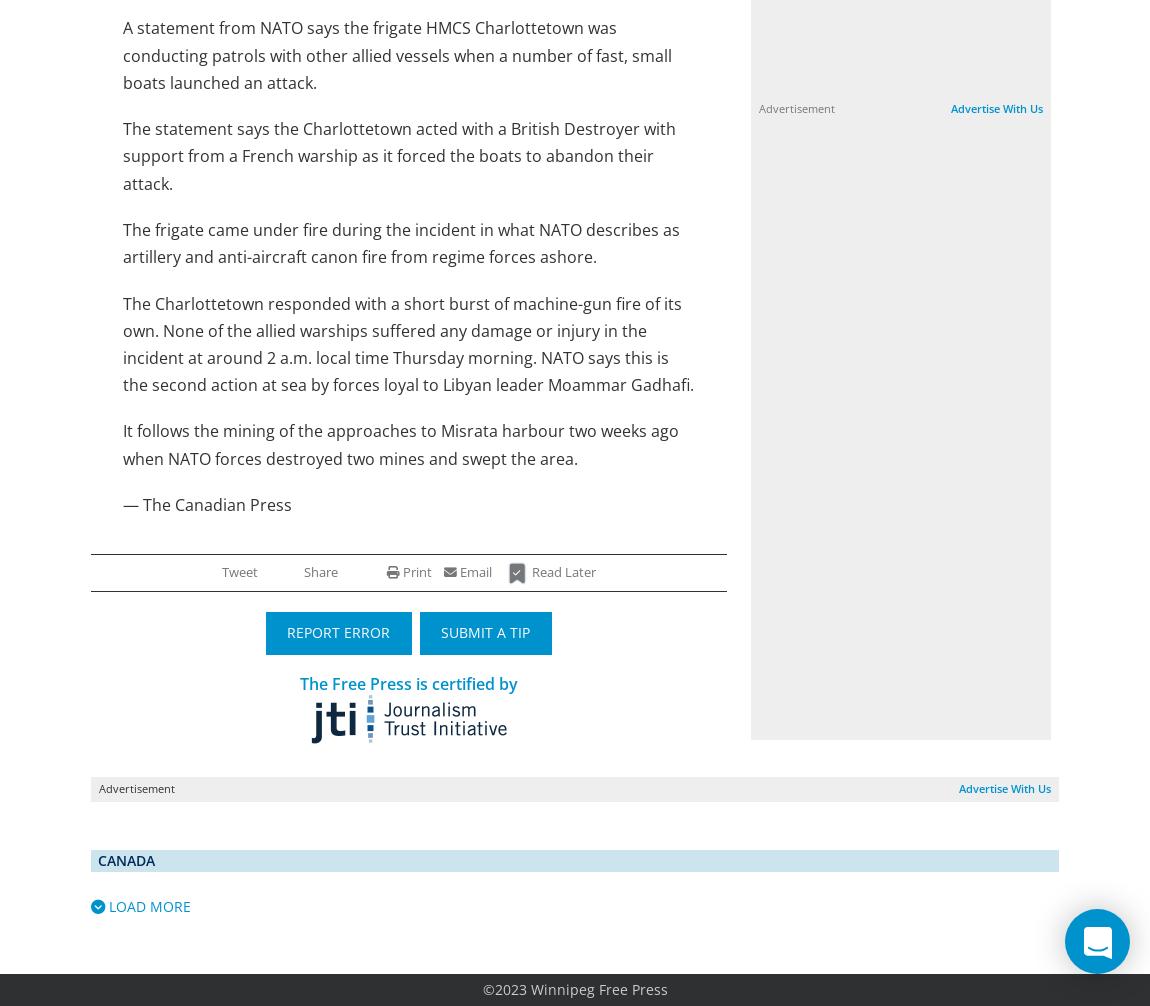 The height and width of the screenshot is (1006, 1150). What do you see at coordinates (220, 572) in the screenshot?
I see `'Tweet'` at bounding box center [220, 572].